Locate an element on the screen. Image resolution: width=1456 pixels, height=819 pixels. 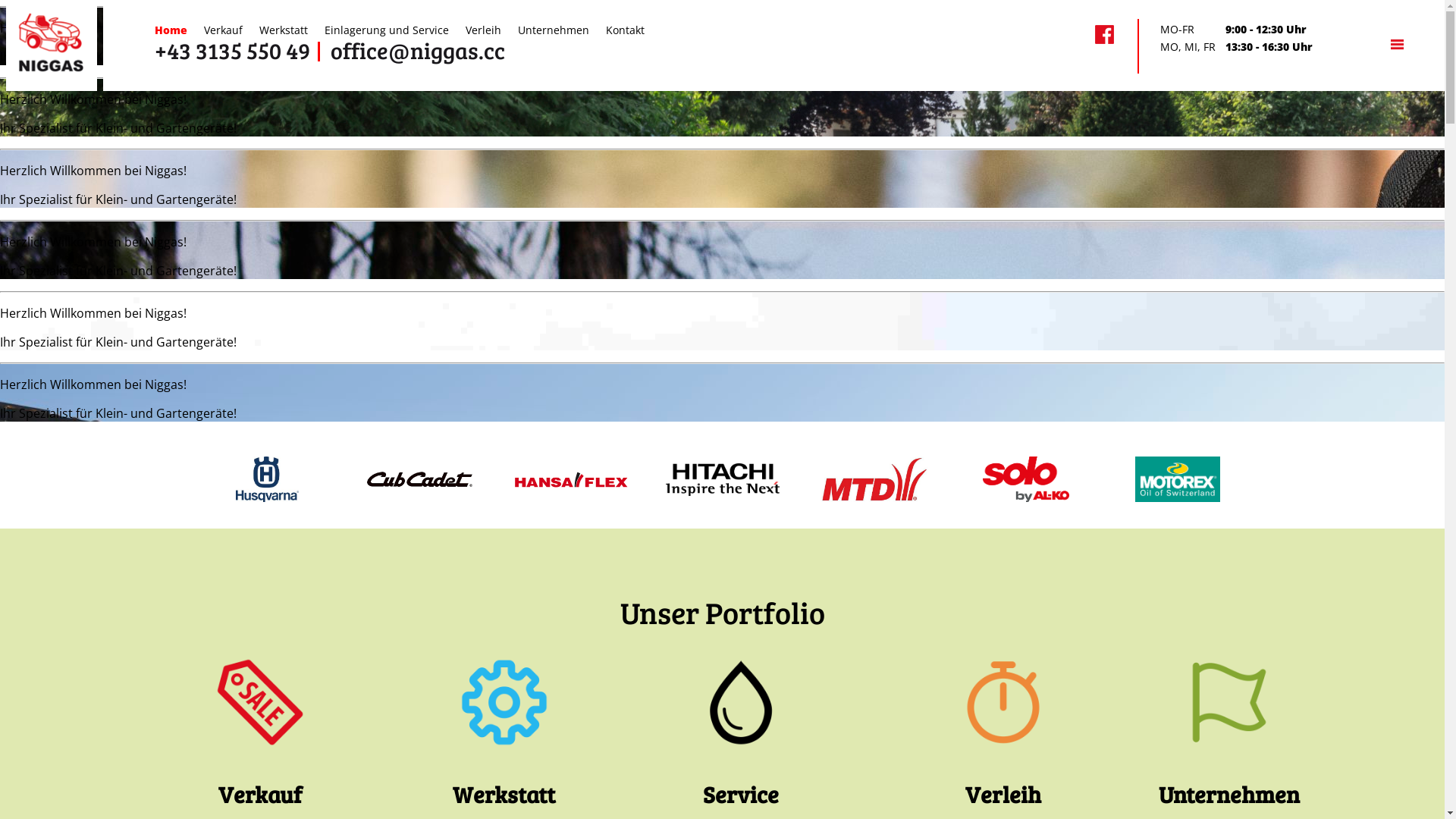
'Verkauf' is located at coordinates (222, 30).